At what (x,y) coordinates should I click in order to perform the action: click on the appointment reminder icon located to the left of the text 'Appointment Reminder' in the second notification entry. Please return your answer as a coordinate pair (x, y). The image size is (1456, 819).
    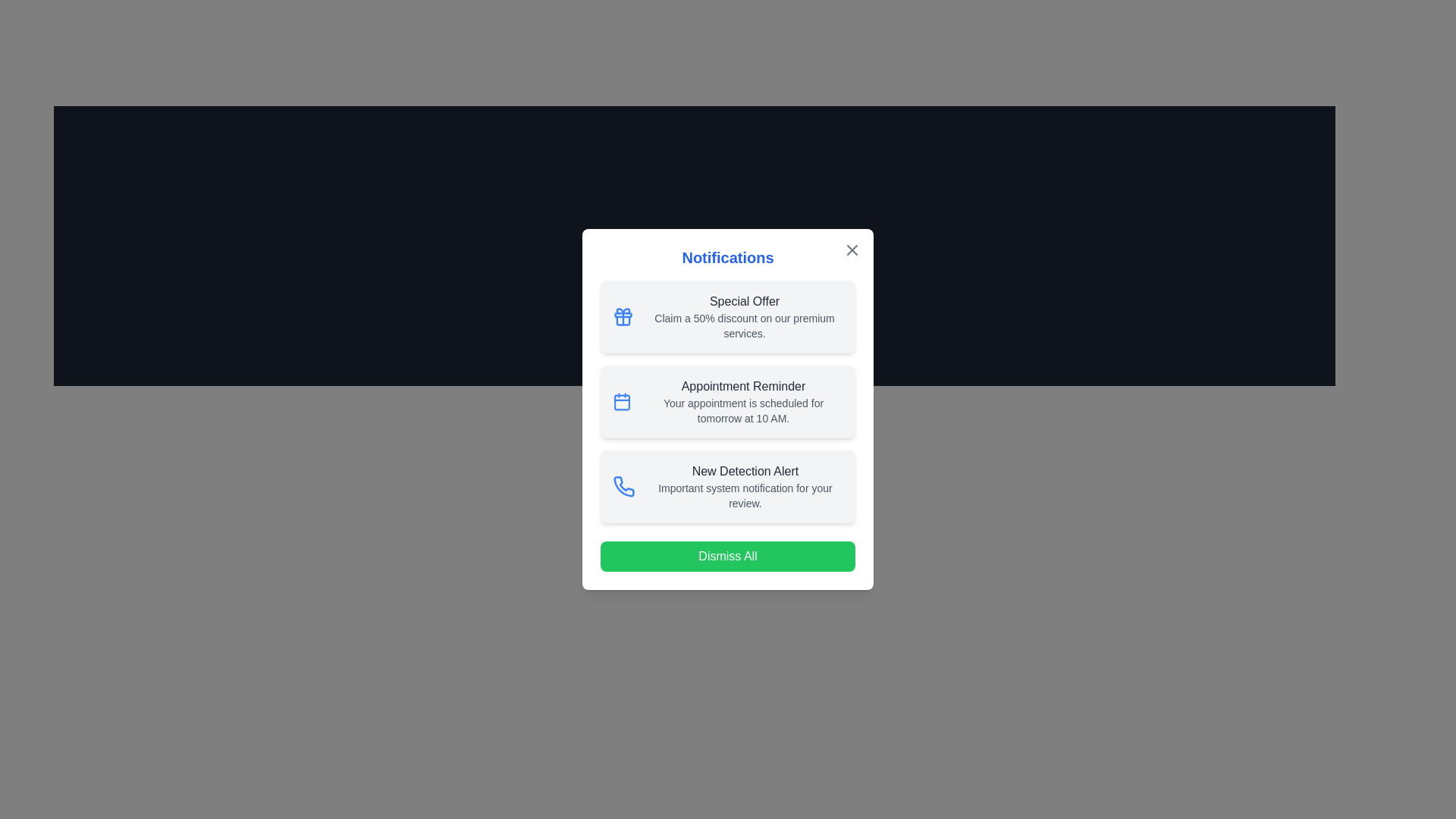
    Looking at the image, I should click on (622, 400).